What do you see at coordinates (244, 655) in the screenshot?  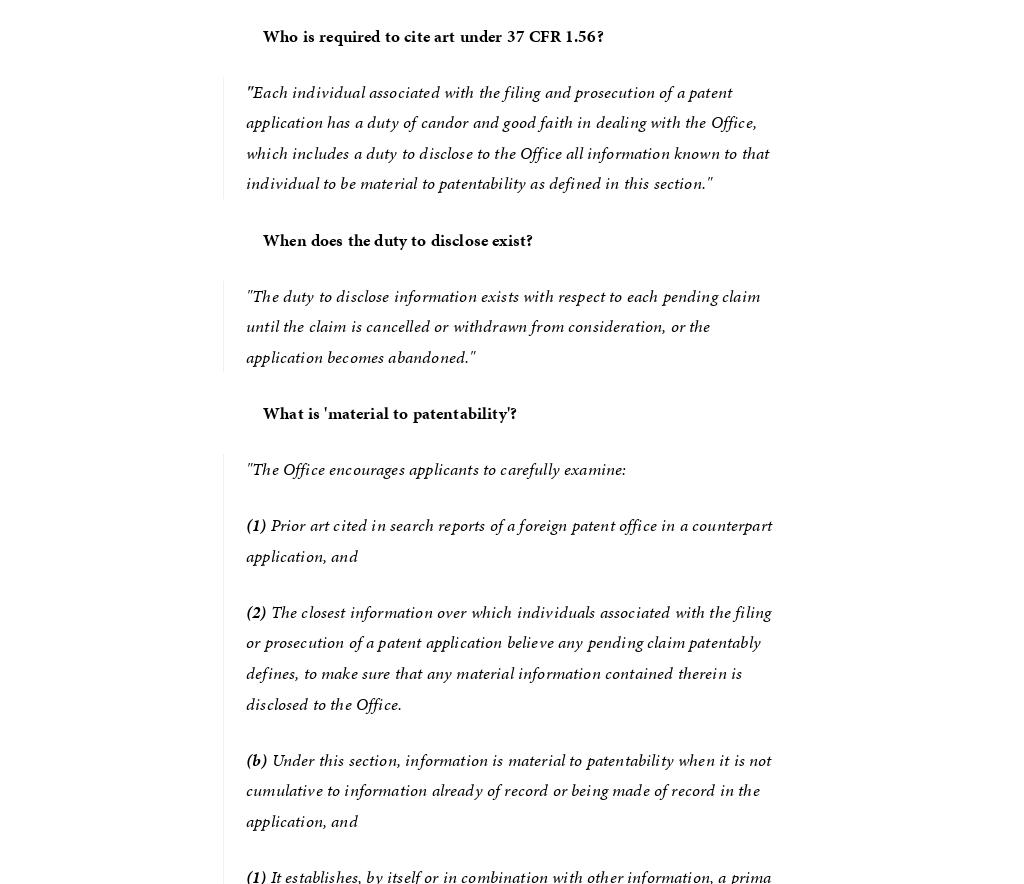 I see `'The closest information over which individuals associated with the filing or prosecution of a patent application believe any pending claim patentably defines, to make sure that any material information contained therein is disclosed to the Office.'` at bounding box center [244, 655].